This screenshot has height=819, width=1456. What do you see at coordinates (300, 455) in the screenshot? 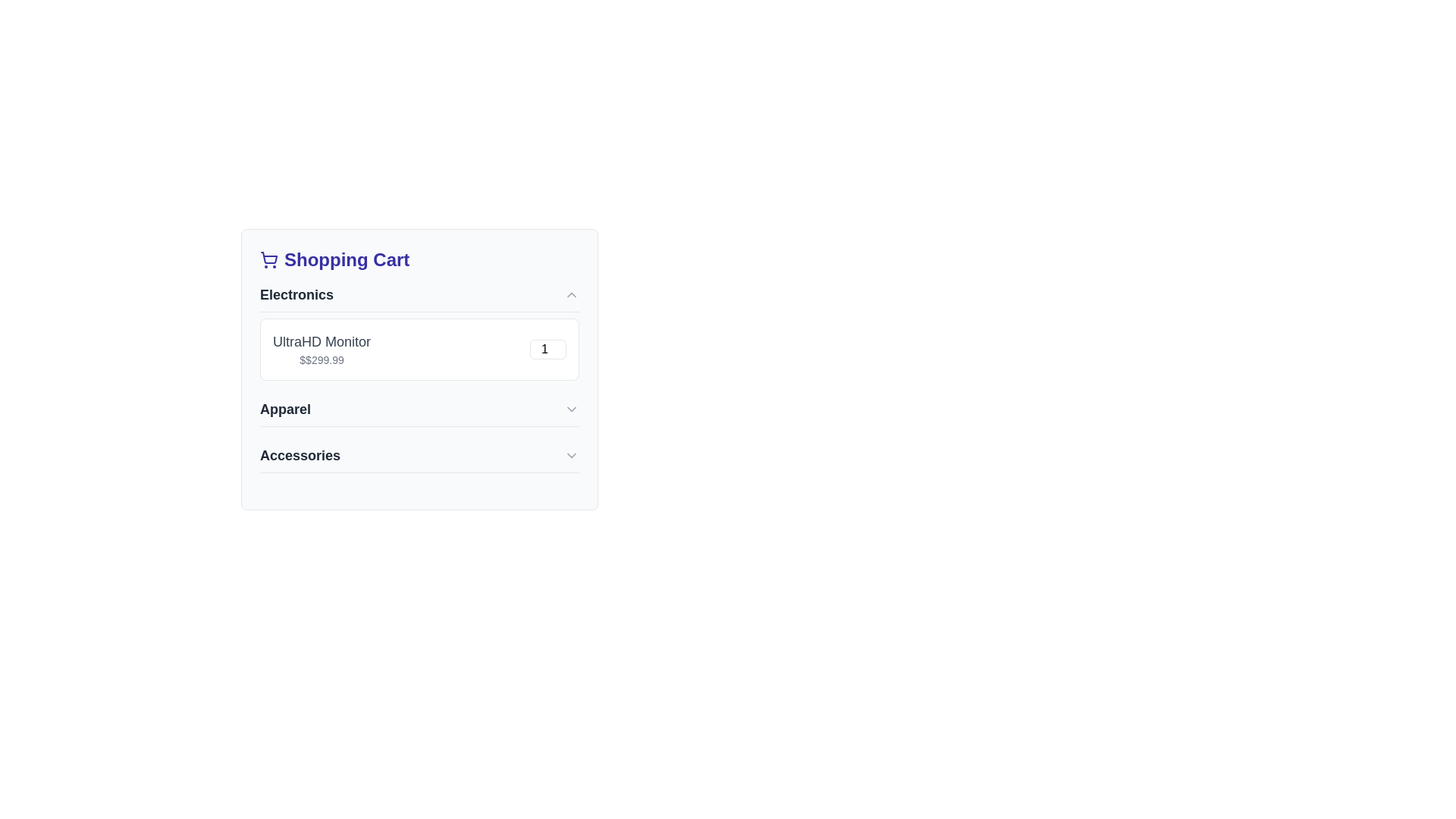
I see `the text label displaying 'Accessories' in bold and large dark gray font, located beneath the 'Apparel' heading` at bounding box center [300, 455].